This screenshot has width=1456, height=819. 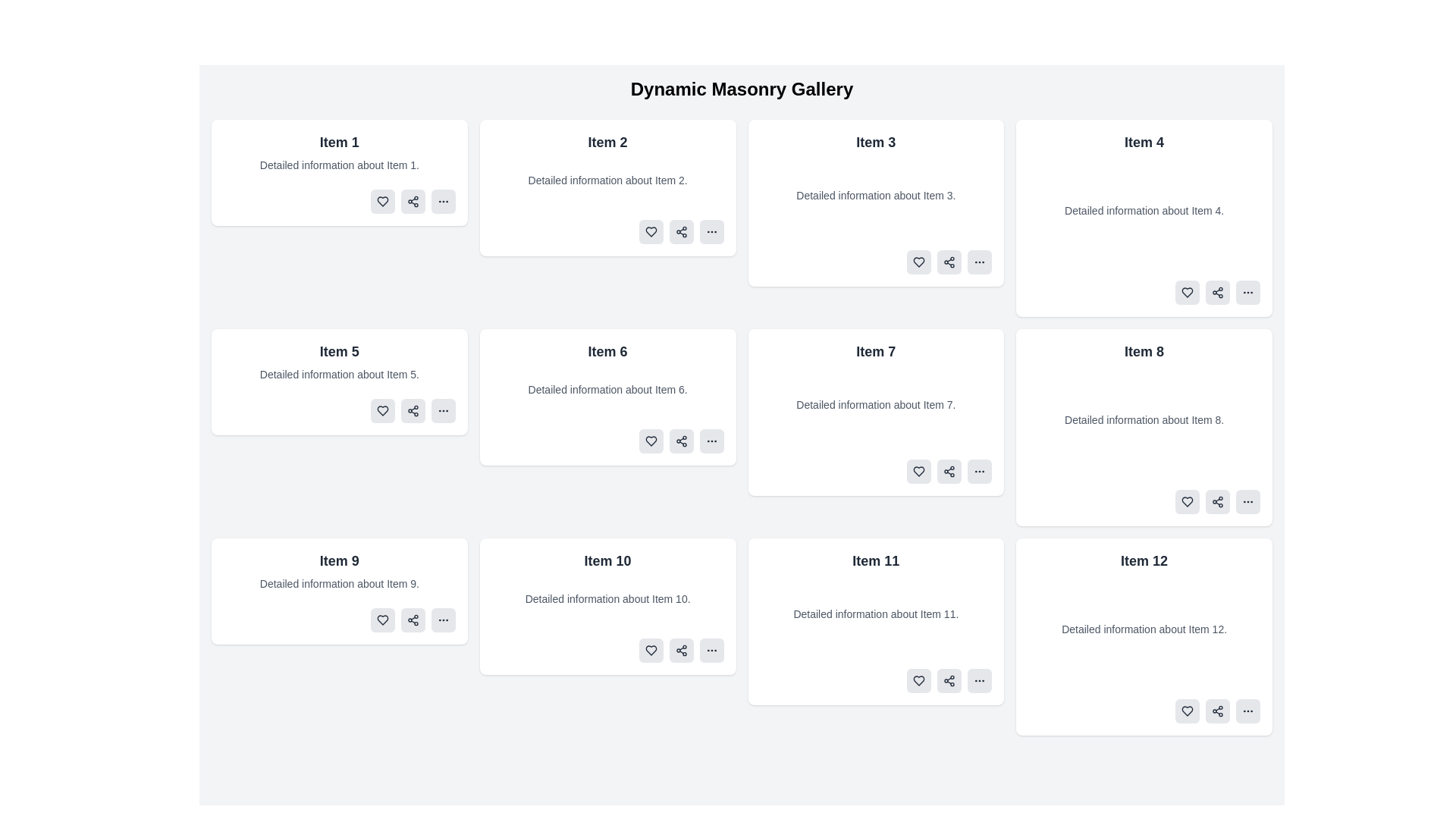 What do you see at coordinates (980, 470) in the screenshot?
I see `the button with a rounded rectangle shape and three small dots (ellipsis) in a dark color, located in the bottom right of the 'Item 7' box` at bounding box center [980, 470].